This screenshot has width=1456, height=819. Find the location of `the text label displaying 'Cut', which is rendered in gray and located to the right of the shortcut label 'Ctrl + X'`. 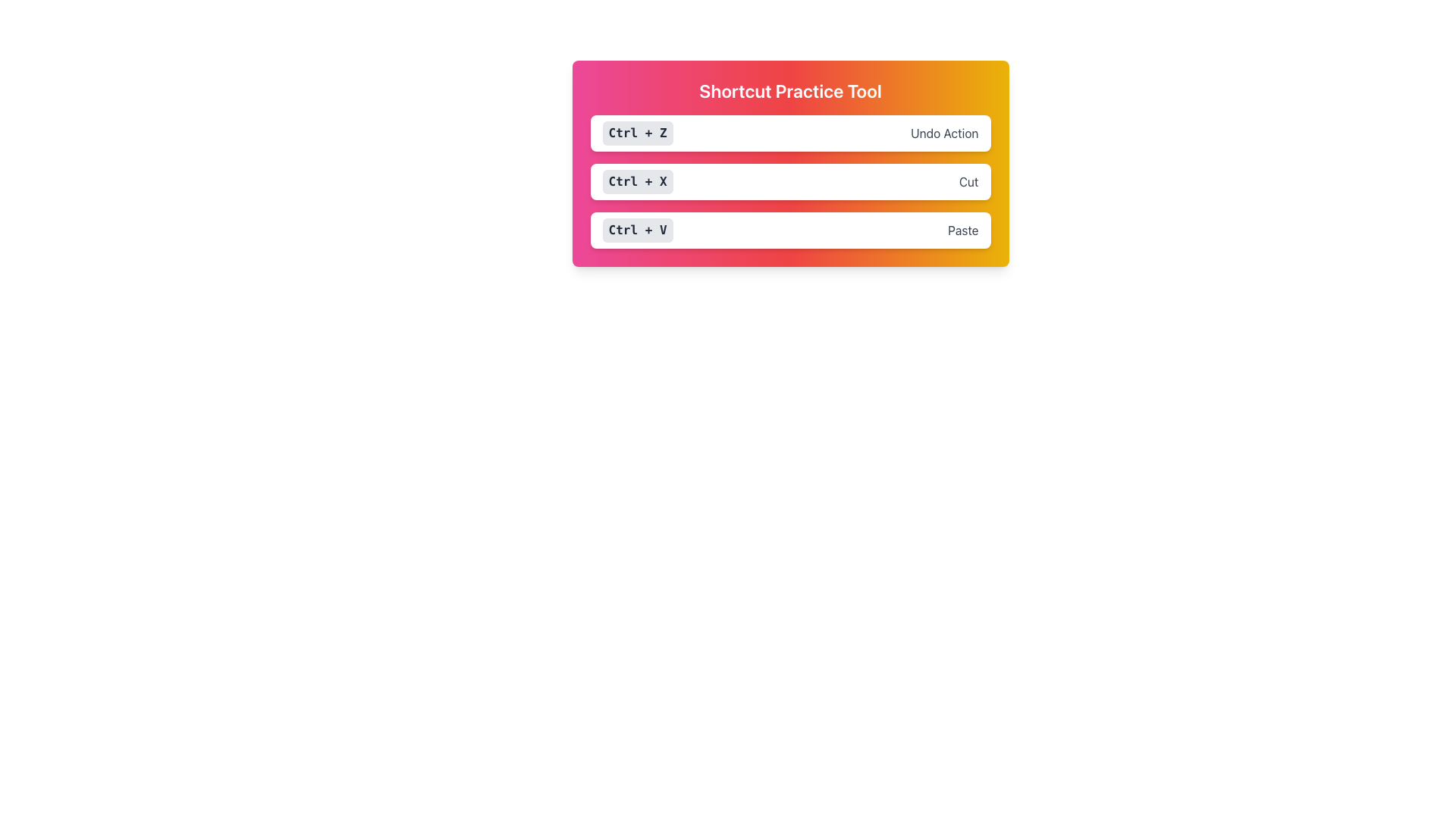

the text label displaying 'Cut', which is rendered in gray and located to the right of the shortcut label 'Ctrl + X' is located at coordinates (968, 180).